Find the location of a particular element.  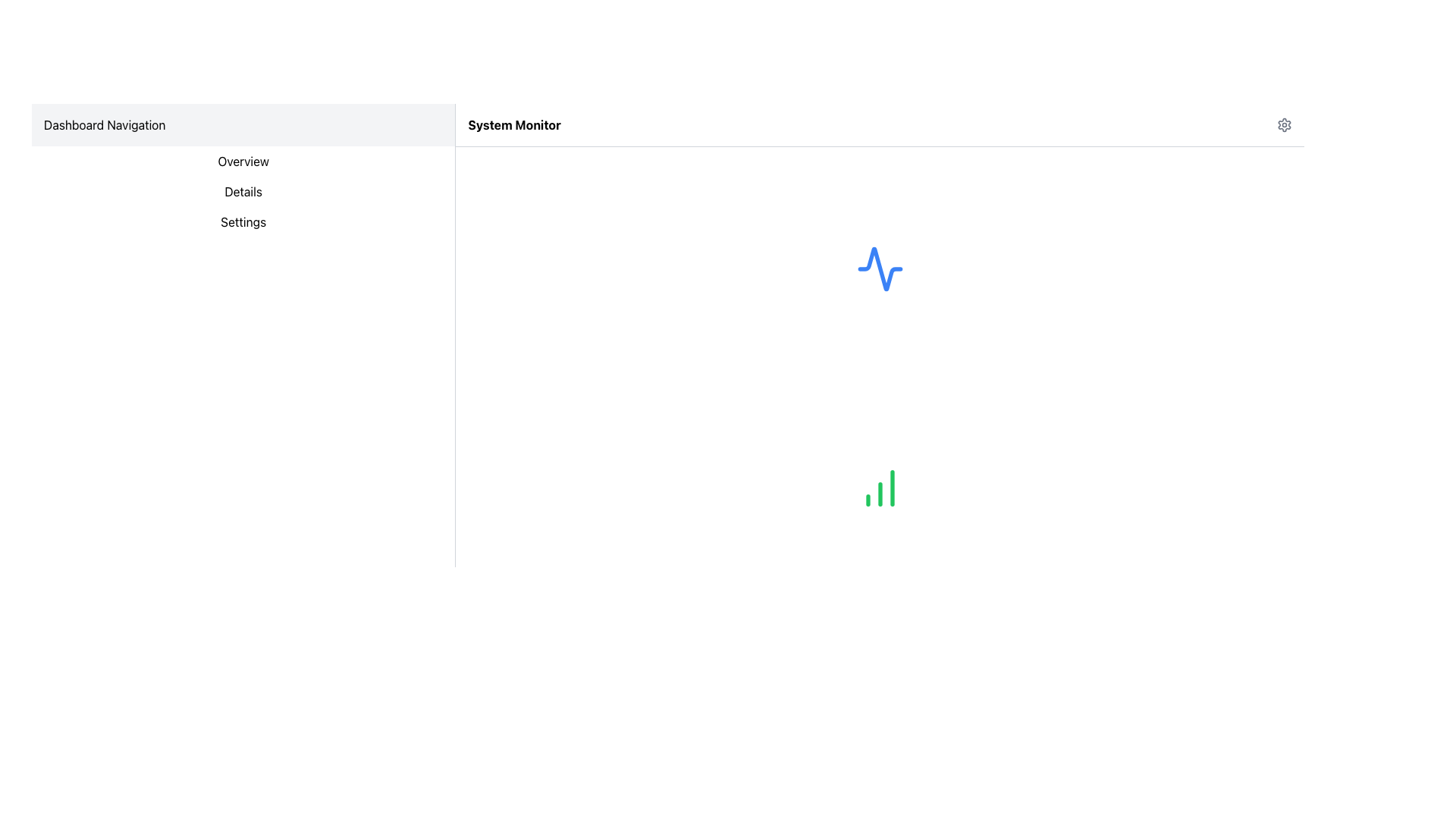

the gear icon located in the top-right corner of the interface is located at coordinates (1284, 124).